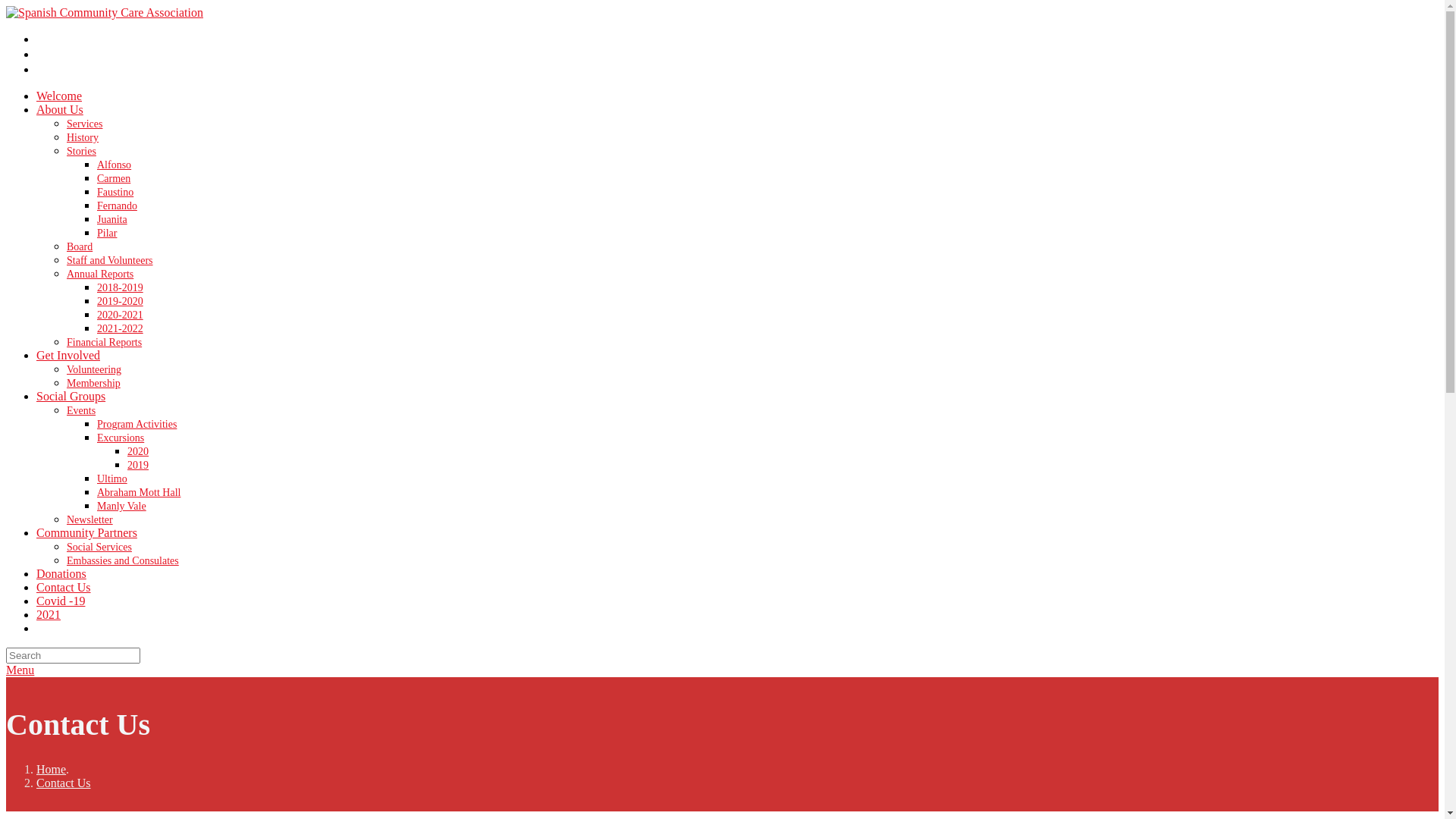 The height and width of the screenshot is (819, 1456). I want to click on '2020-2021', so click(119, 314).